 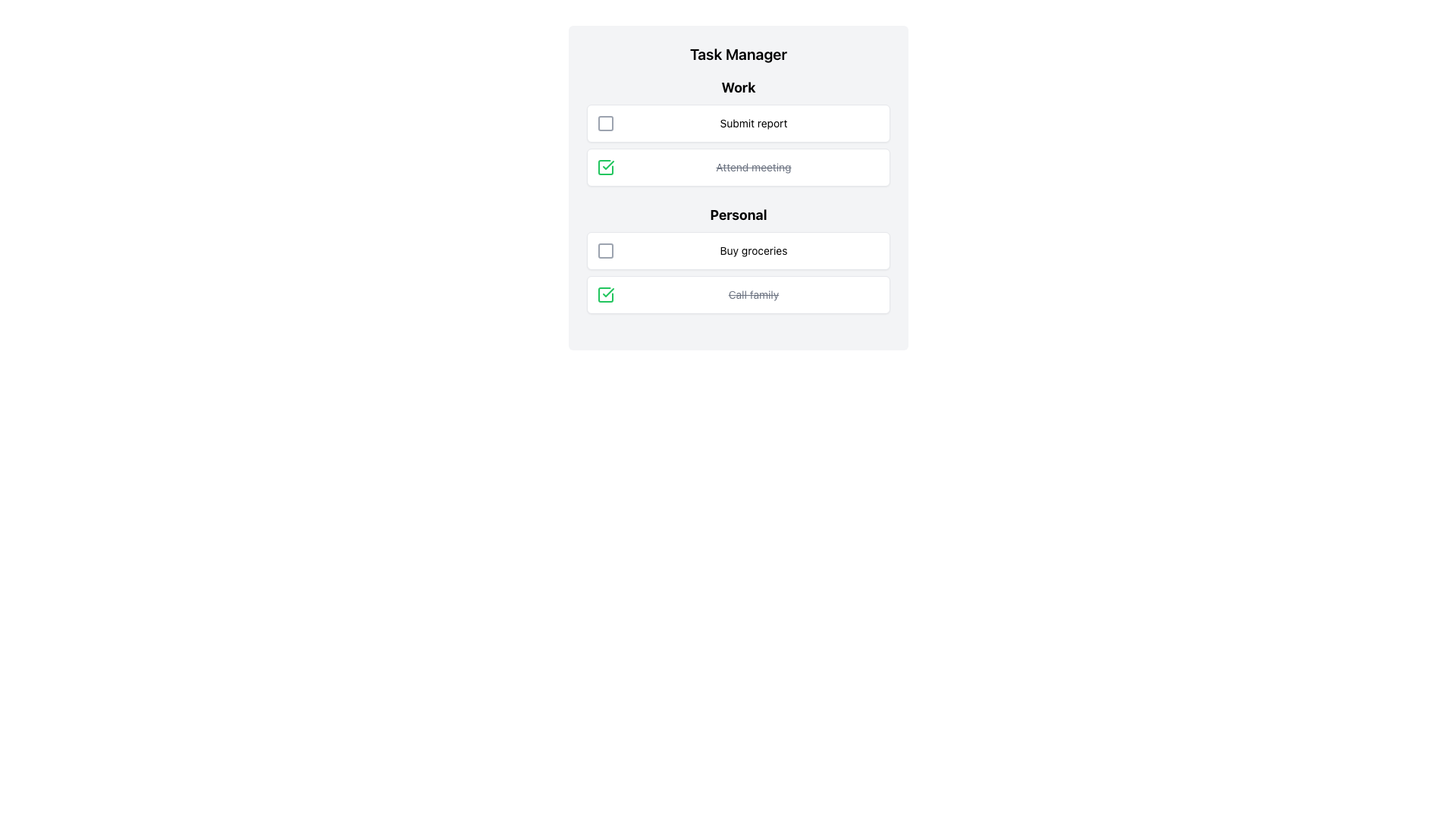 What do you see at coordinates (739, 295) in the screenshot?
I see `the checkbox labeled 'Call family' to unmark the task as completed` at bounding box center [739, 295].